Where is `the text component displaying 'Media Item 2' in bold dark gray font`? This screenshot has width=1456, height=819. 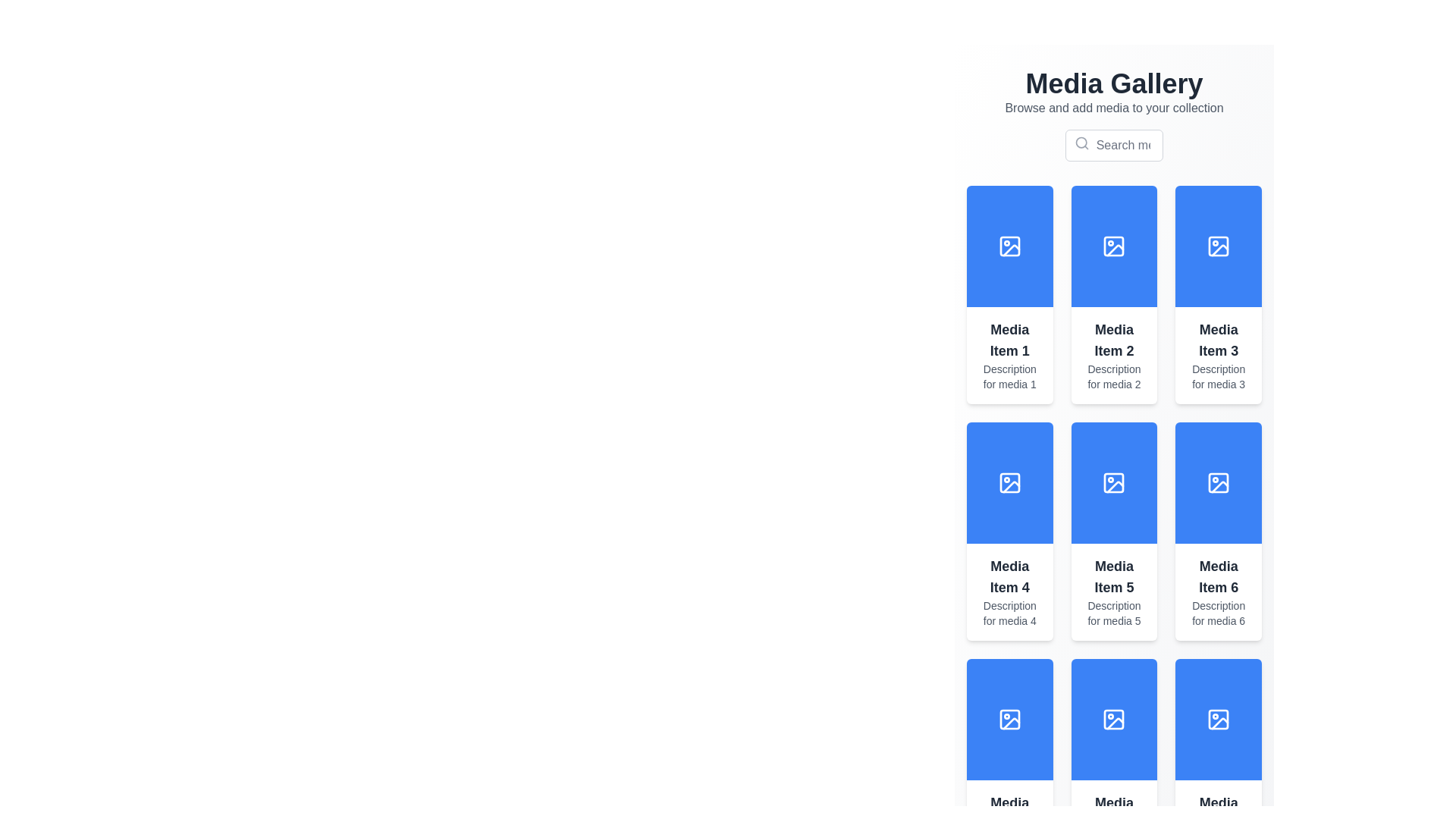 the text component displaying 'Media Item 2' in bold dark gray font is located at coordinates (1114, 339).